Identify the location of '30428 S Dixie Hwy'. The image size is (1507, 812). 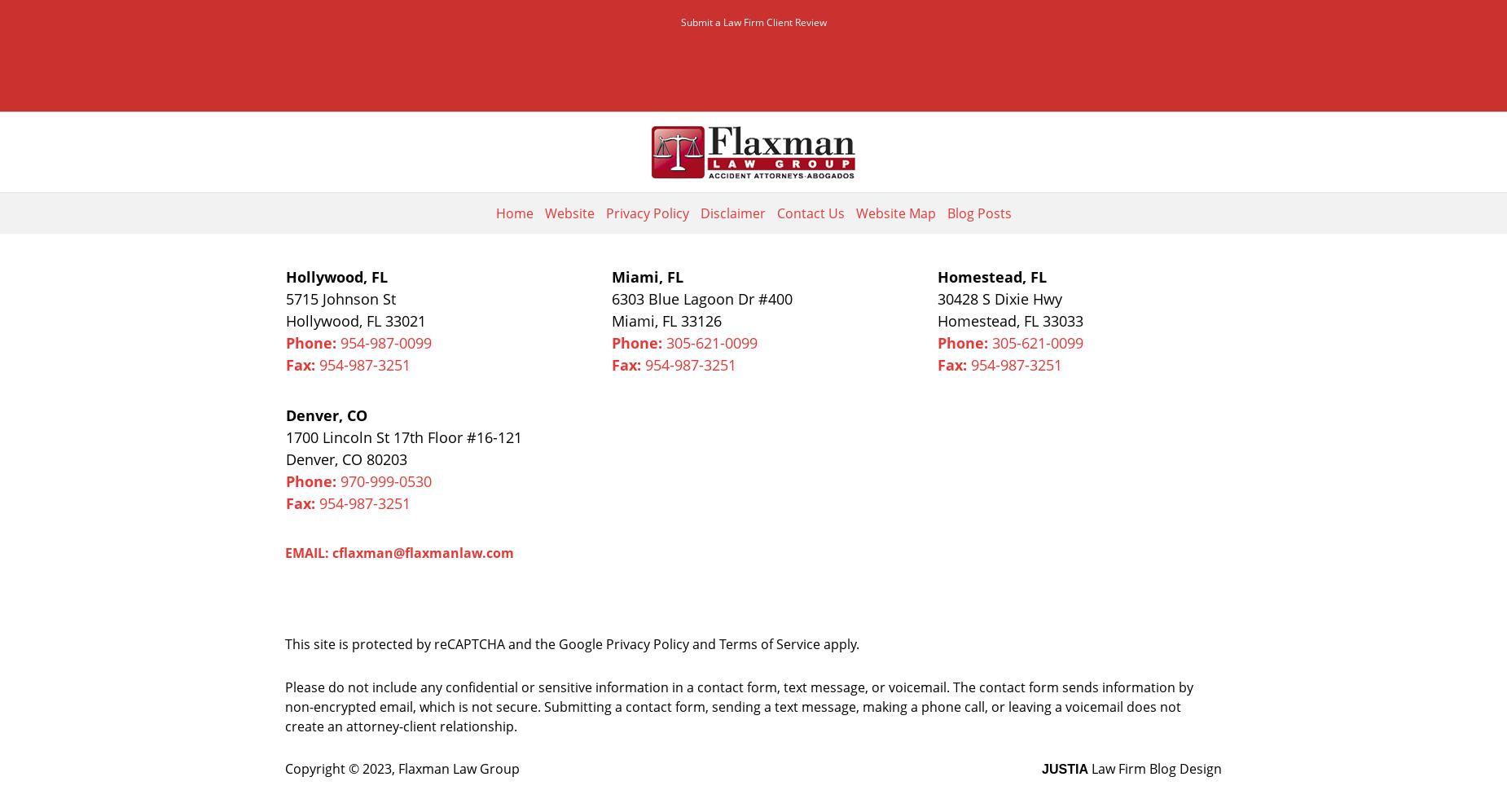
(999, 298).